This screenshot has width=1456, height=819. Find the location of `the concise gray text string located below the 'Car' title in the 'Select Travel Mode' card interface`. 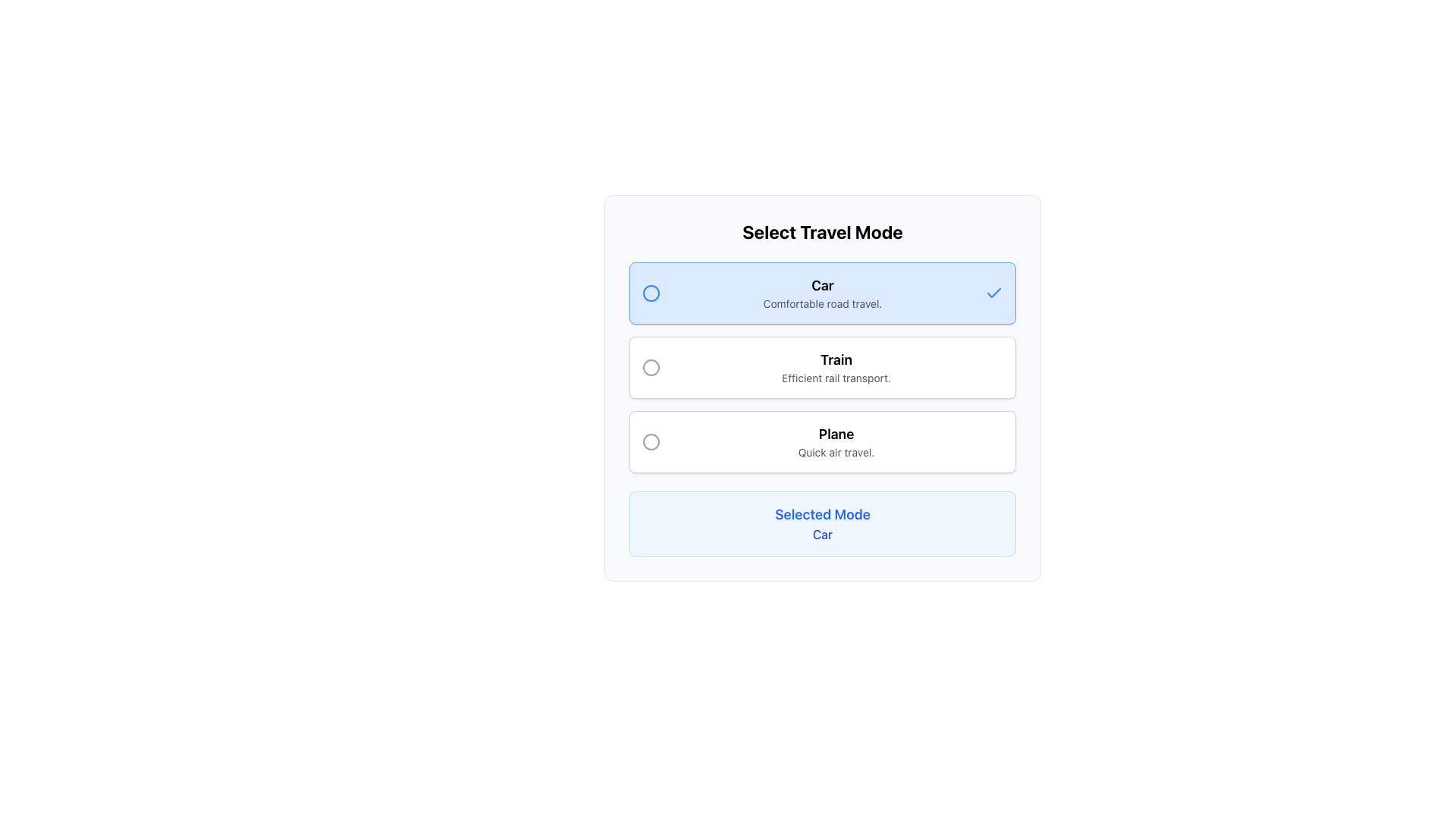

the concise gray text string located below the 'Car' title in the 'Select Travel Mode' card interface is located at coordinates (821, 304).